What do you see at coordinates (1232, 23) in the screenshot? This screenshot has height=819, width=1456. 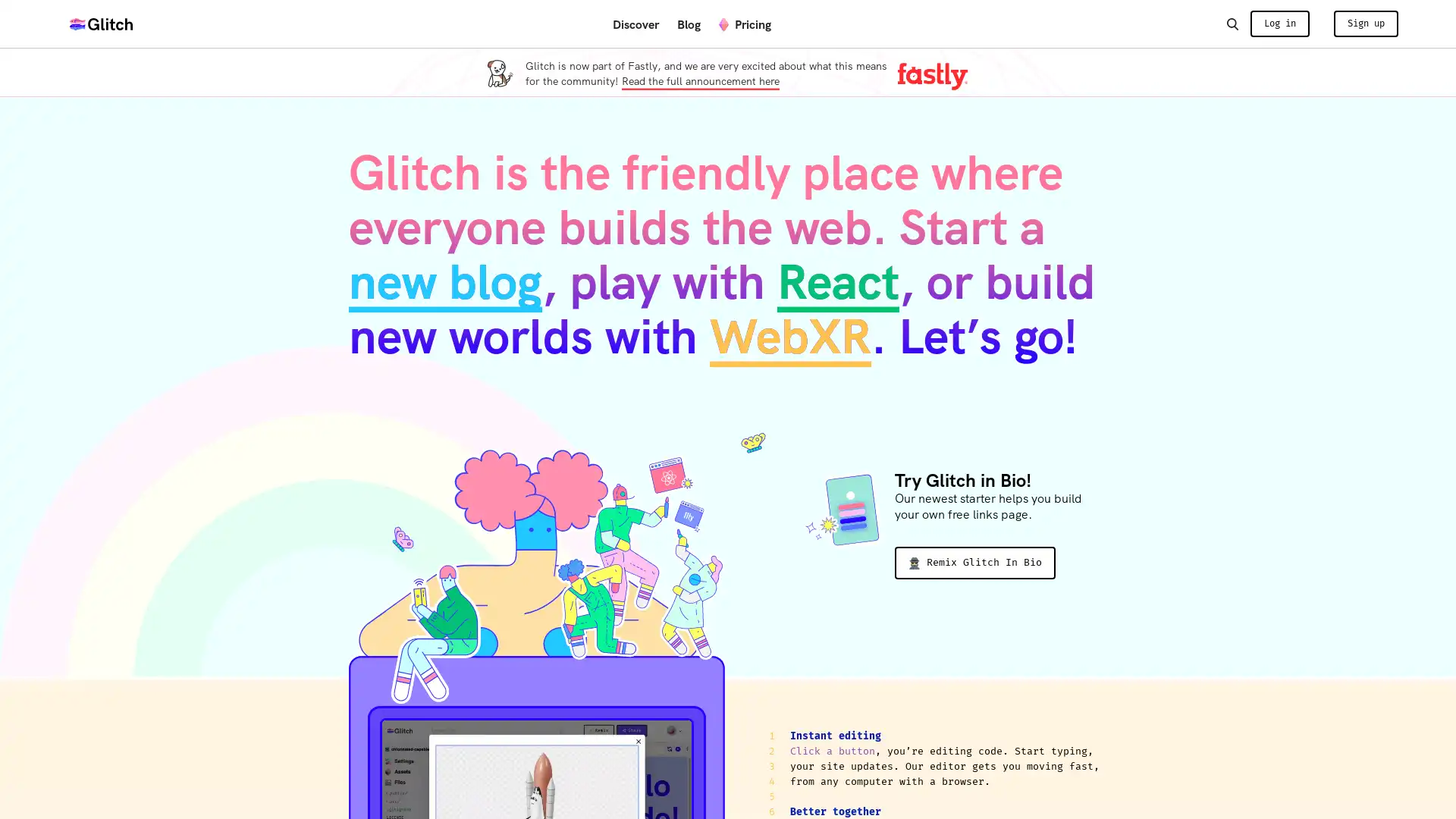 I see `Search Glitch` at bounding box center [1232, 23].